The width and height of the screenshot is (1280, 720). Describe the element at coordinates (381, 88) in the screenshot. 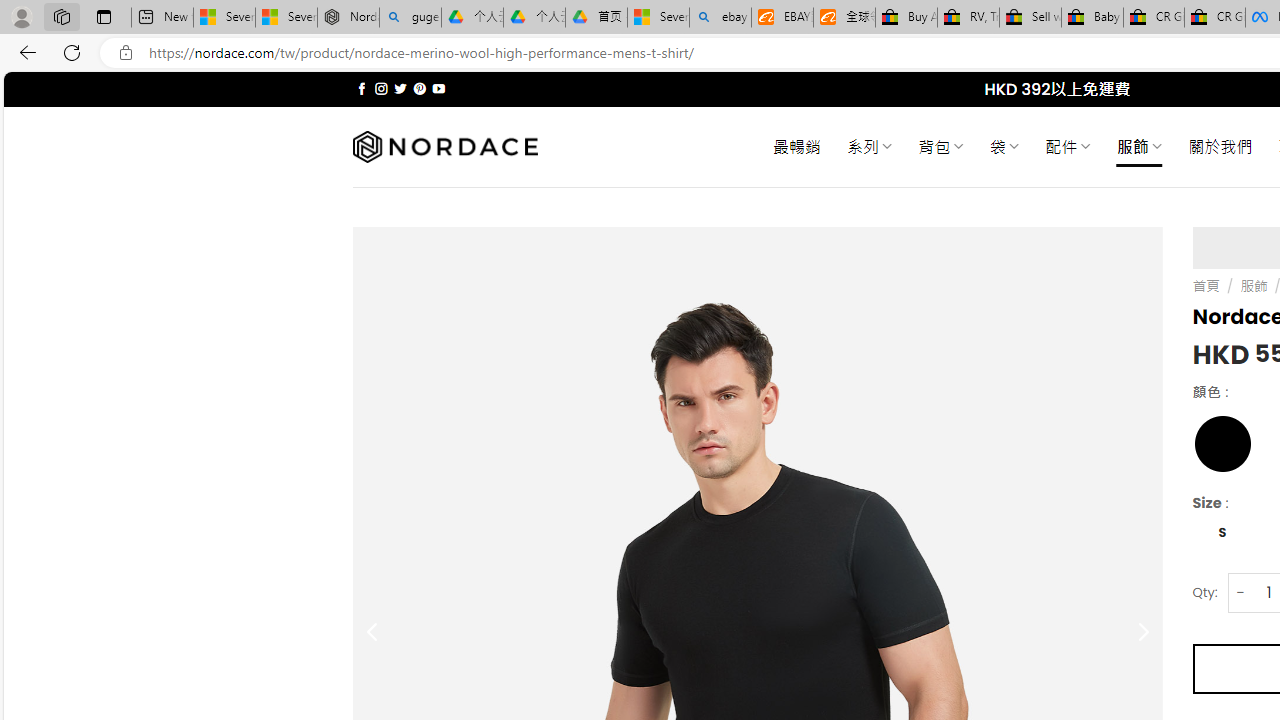

I see `'Follow on Instagram'` at that location.